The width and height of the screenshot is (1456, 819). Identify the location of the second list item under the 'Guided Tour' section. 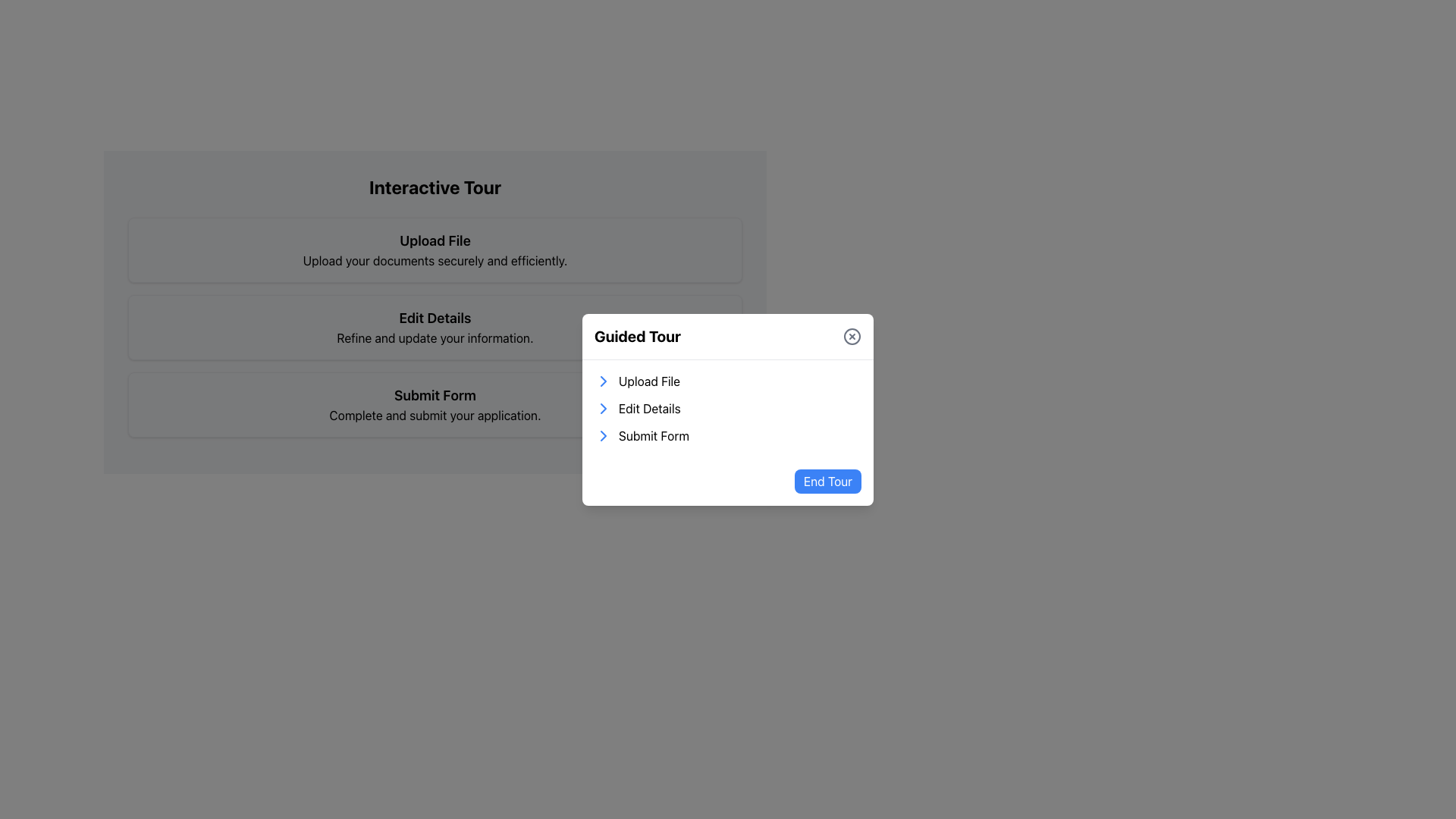
(728, 406).